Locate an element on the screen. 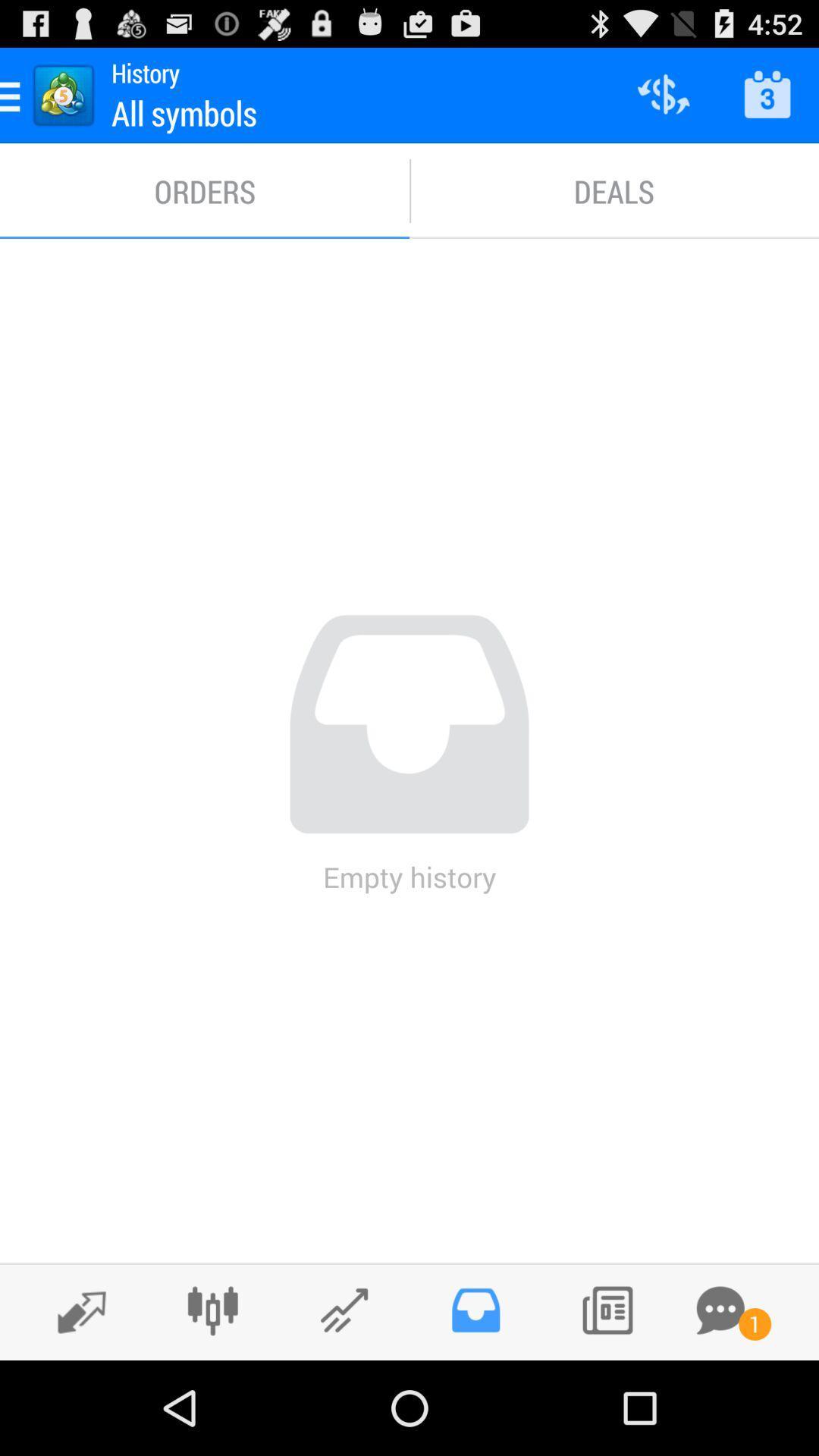 The height and width of the screenshot is (1456, 819). the orders icon is located at coordinates (205, 190).